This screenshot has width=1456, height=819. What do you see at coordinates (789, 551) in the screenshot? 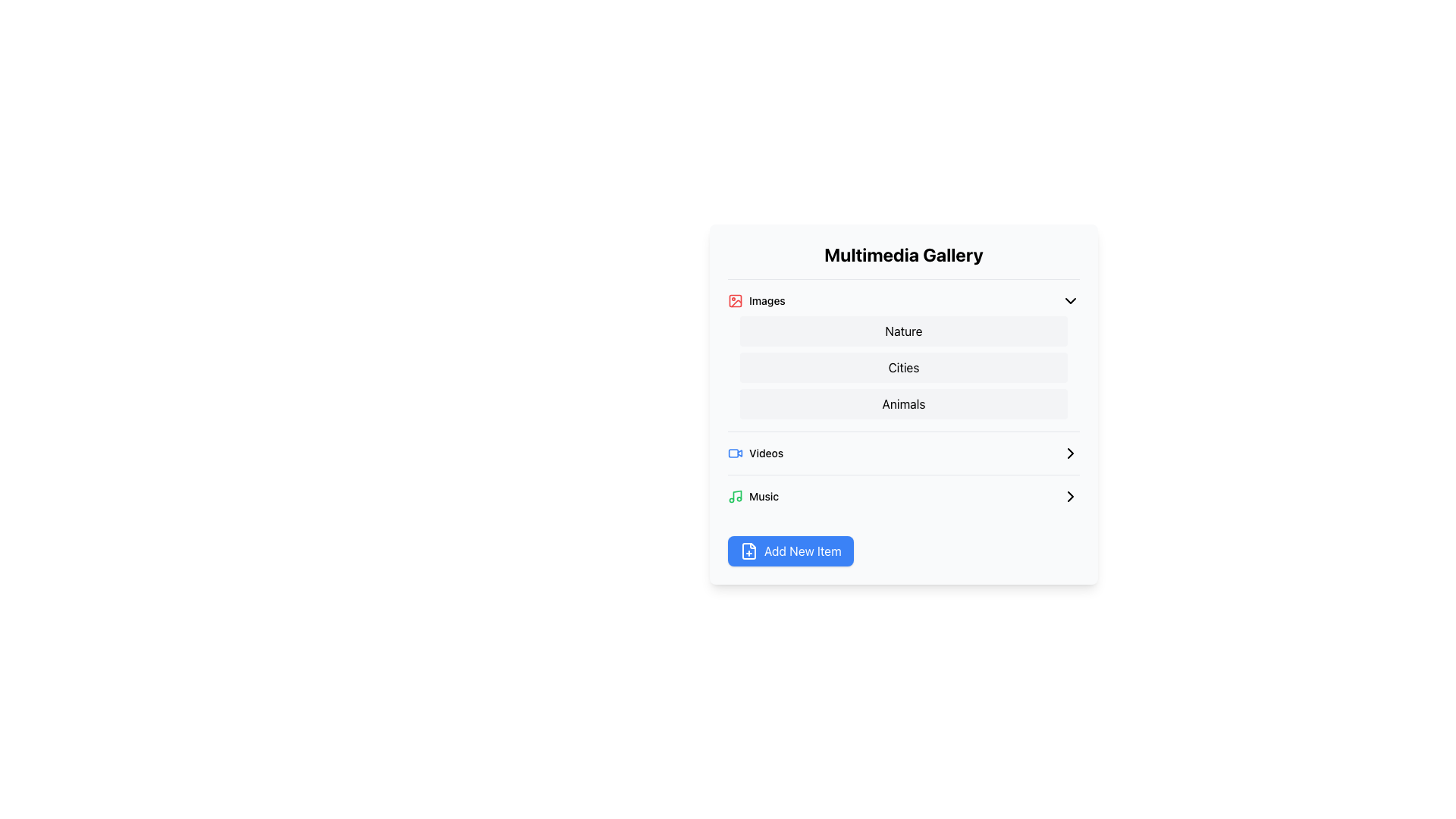
I see `the 'Add Item' button located at the bottom right of the 'Multimedia Gallery' section, just below the 'Music' section` at bounding box center [789, 551].